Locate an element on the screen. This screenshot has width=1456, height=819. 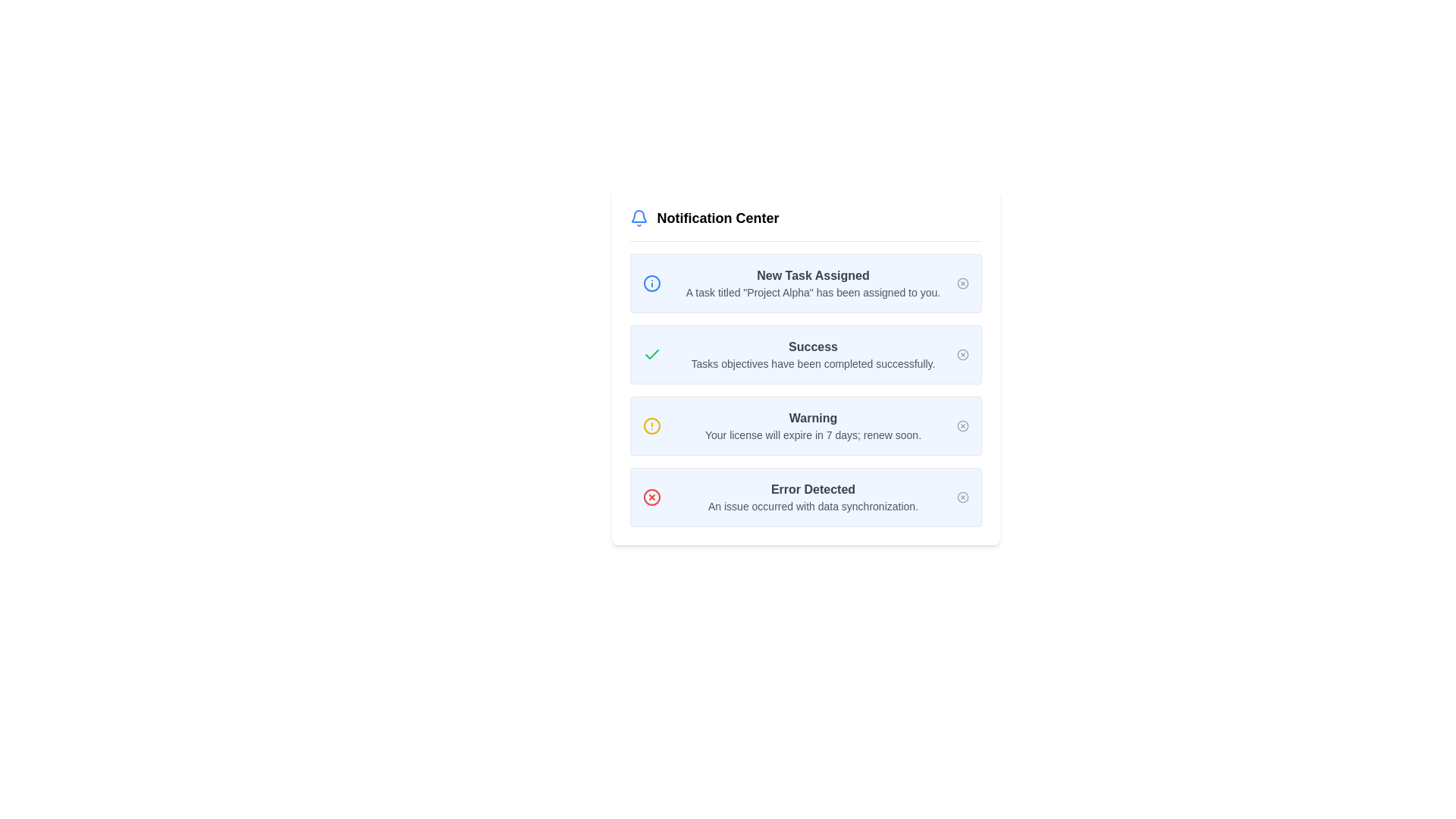
the green checkmark icon styled with a rounded stroke, which is positioned next to the 'Success' text within a blue-bordered notification card is located at coordinates (651, 354).